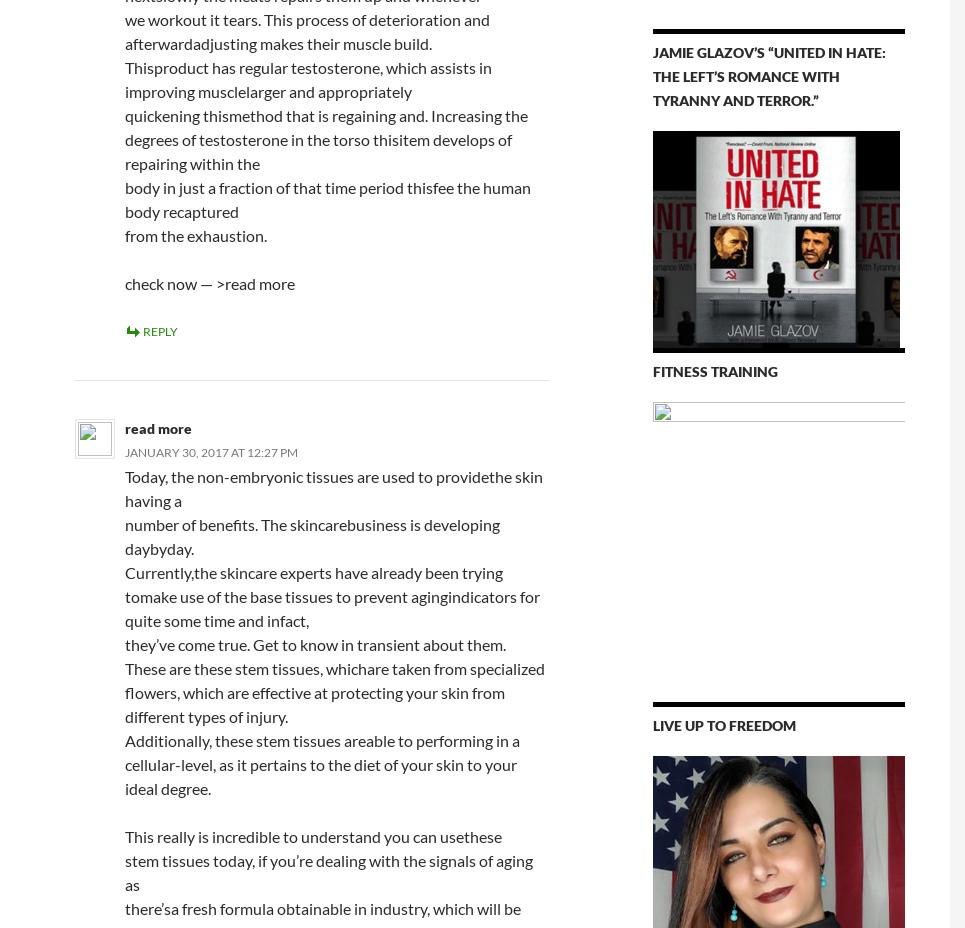  What do you see at coordinates (332, 680) in the screenshot?
I see `'they’ve come true. Get to know in transient about them. These are these stem tissues, whichare taken from specialized flowers, which are effective at protecting your skin from different types of injury.'` at bounding box center [332, 680].